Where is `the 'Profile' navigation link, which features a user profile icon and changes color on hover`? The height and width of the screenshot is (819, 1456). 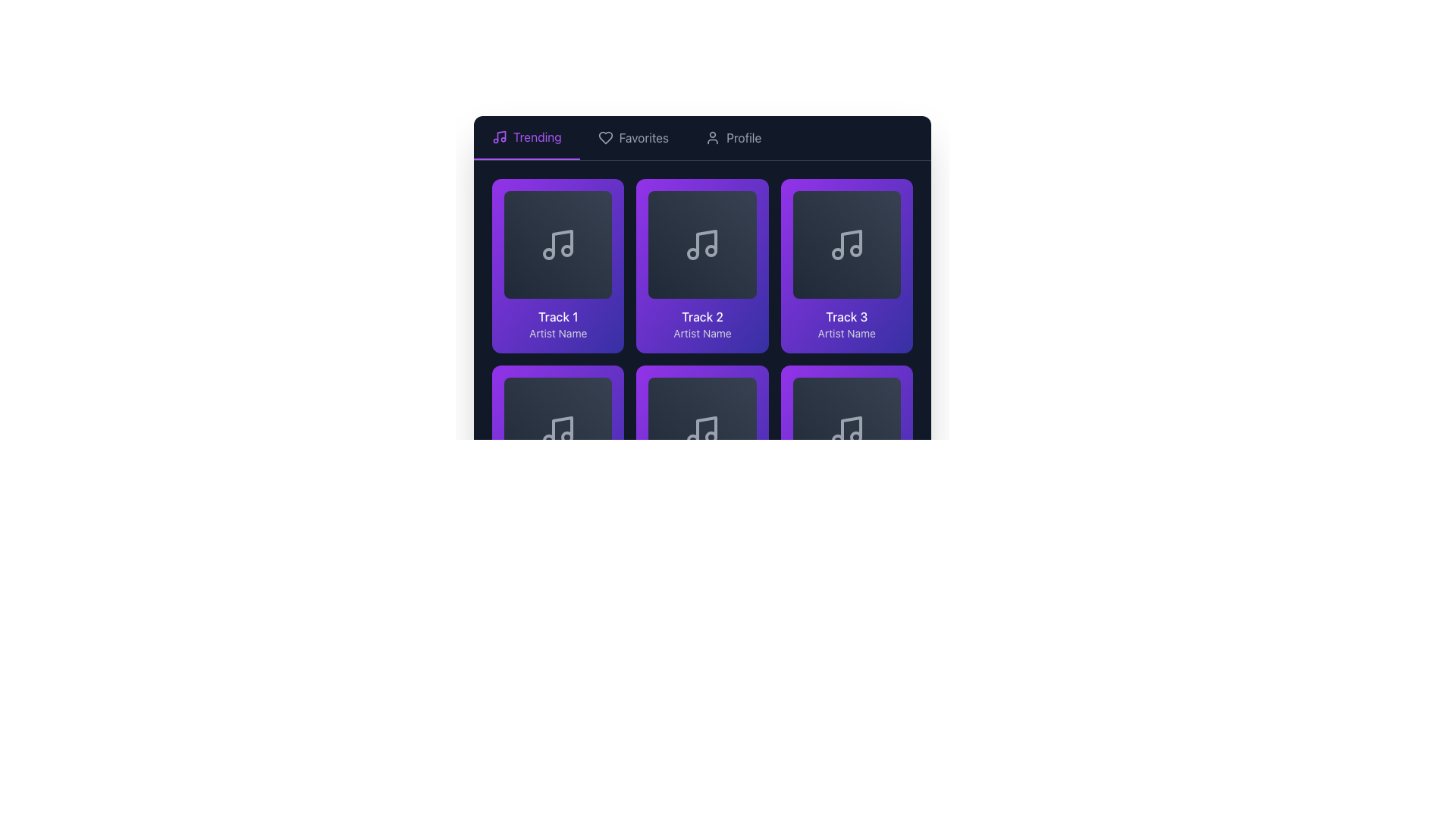 the 'Profile' navigation link, which features a user profile icon and changes color on hover is located at coordinates (733, 137).